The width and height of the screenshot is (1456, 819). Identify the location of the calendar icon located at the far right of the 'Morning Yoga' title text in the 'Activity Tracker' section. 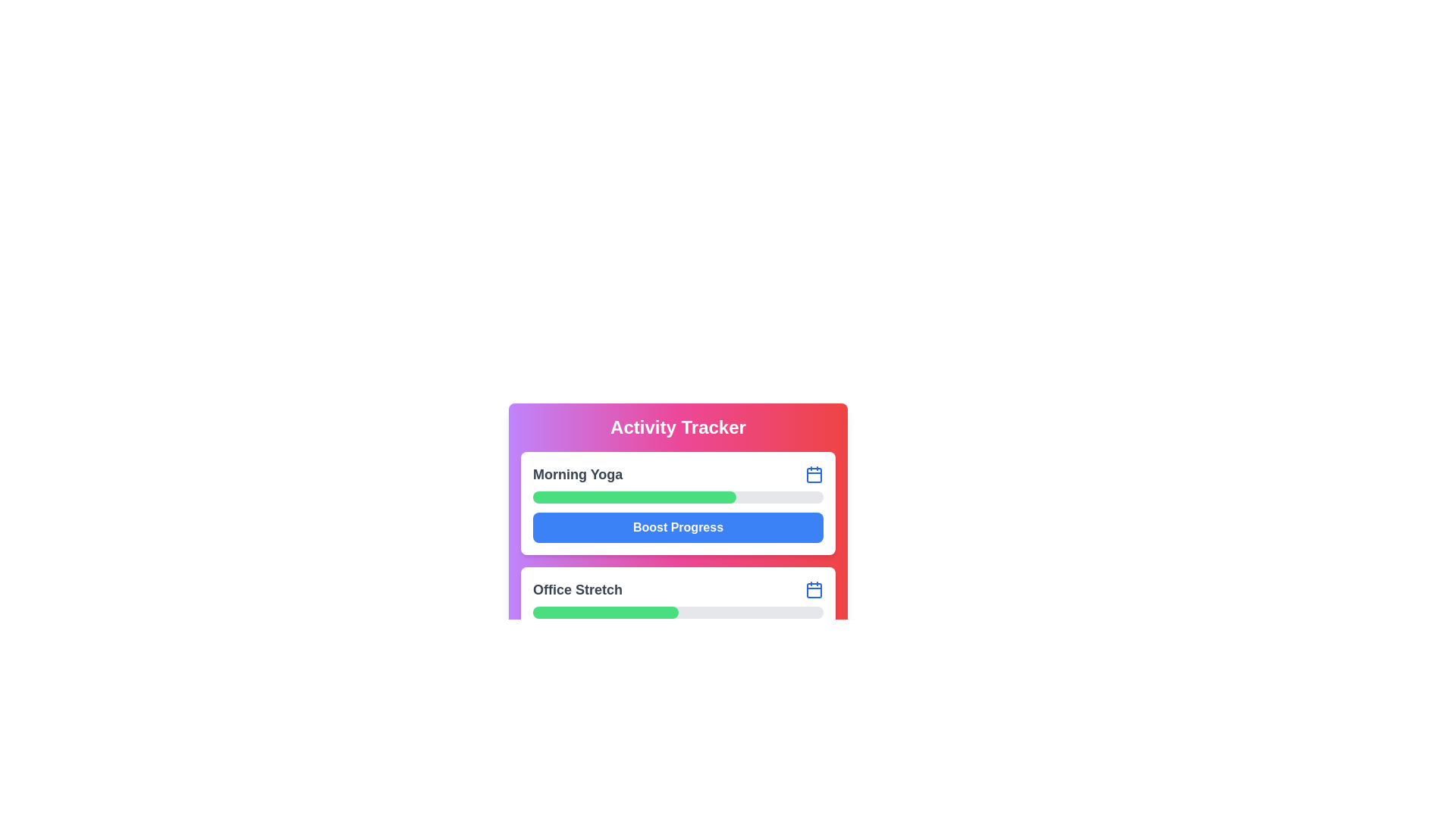
(814, 473).